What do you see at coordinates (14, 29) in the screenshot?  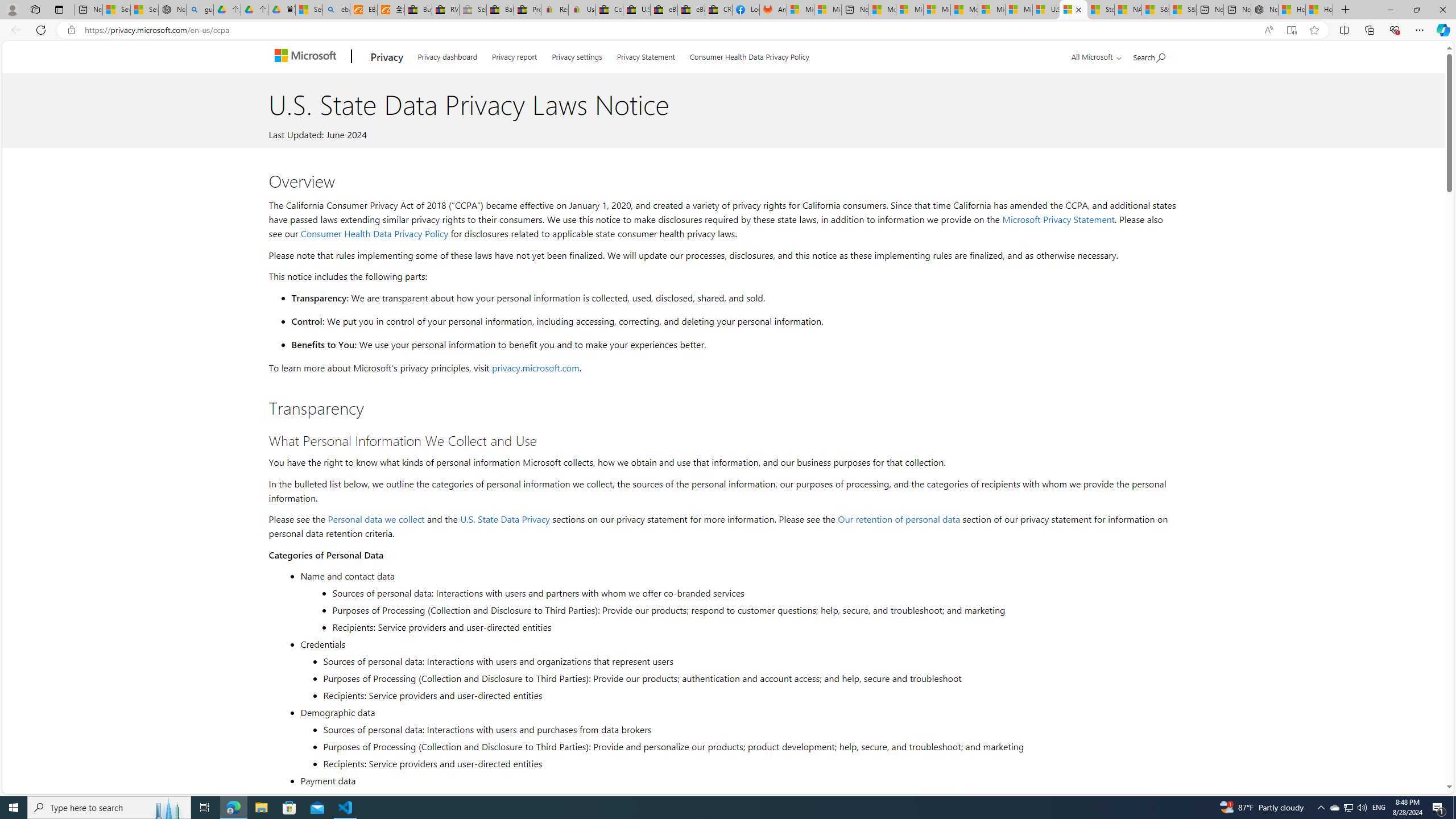 I see `'Back'` at bounding box center [14, 29].